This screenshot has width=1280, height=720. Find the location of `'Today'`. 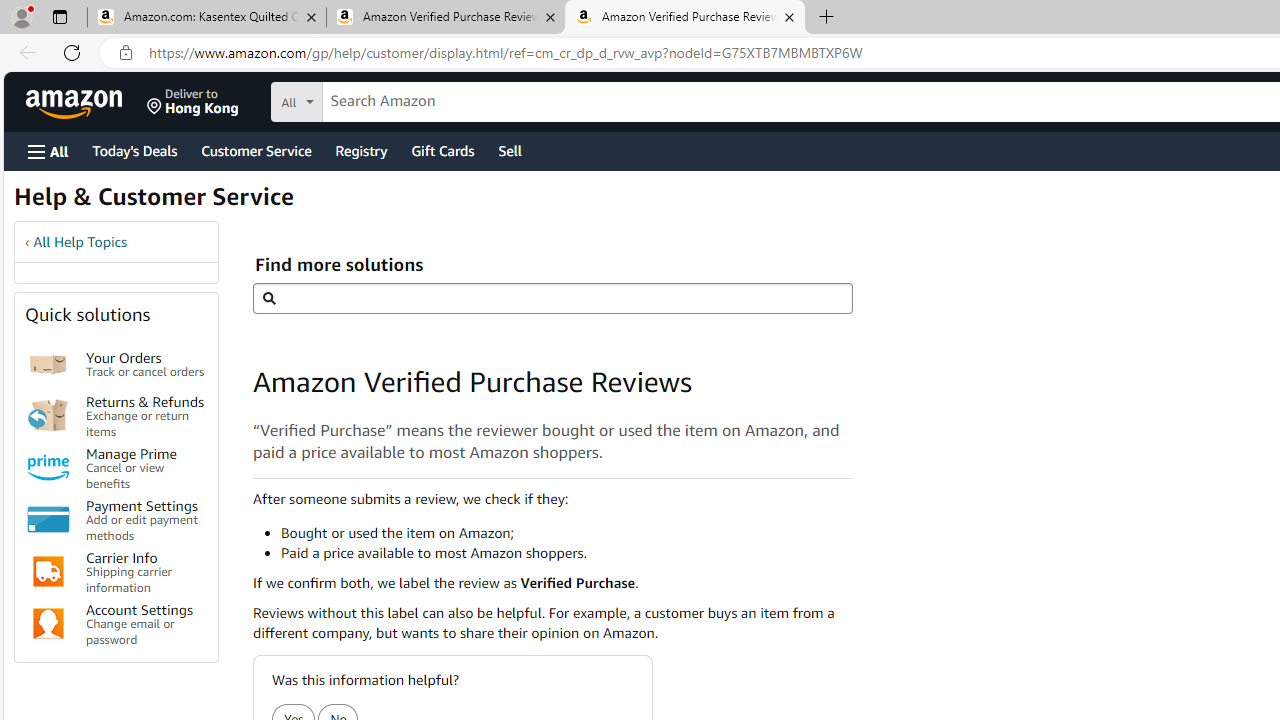

'Today' is located at coordinates (133, 149).